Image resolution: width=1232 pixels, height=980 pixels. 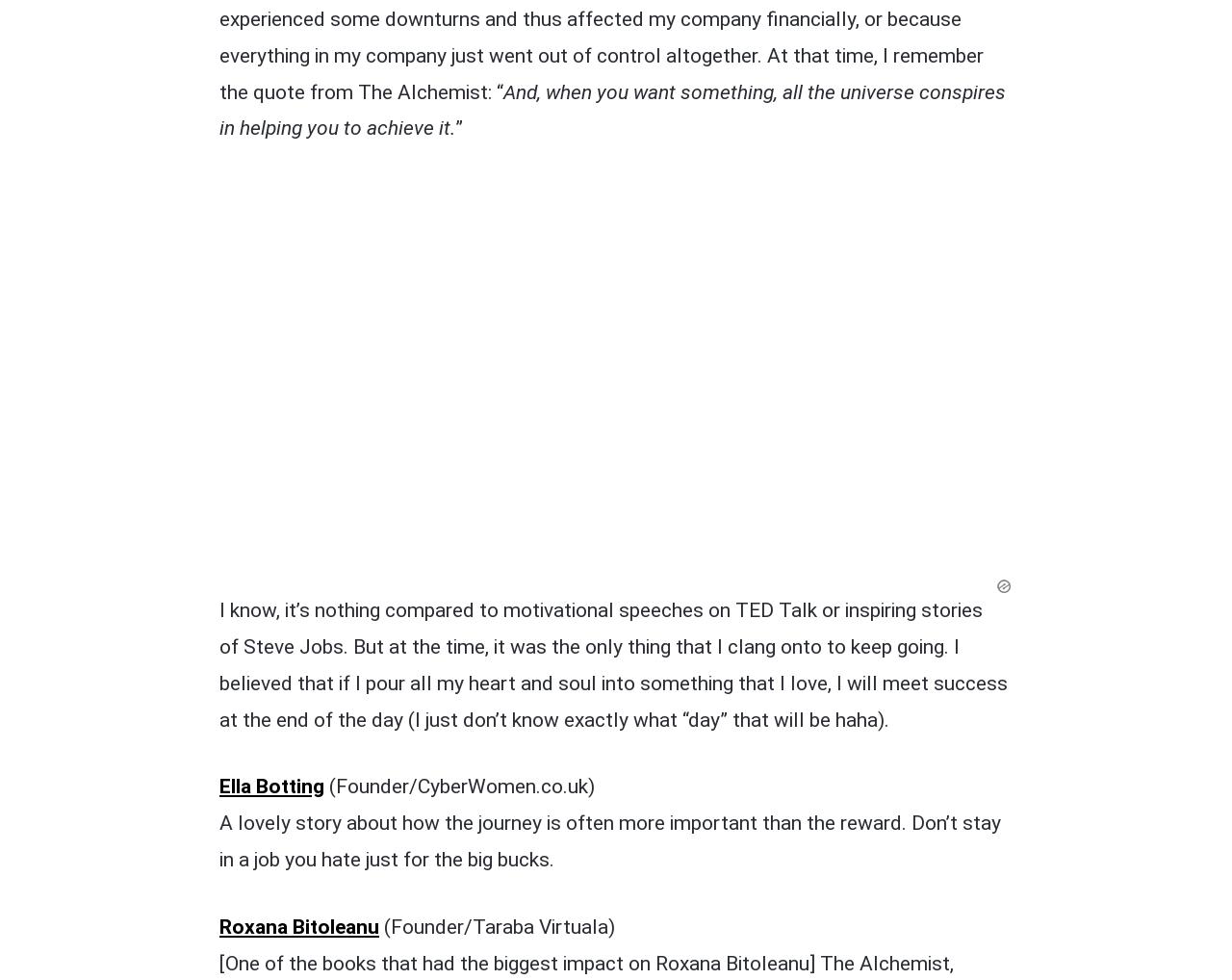 What do you see at coordinates (458, 387) in the screenshot?
I see `'(Founder/CyberWomen.co.uk)'` at bounding box center [458, 387].